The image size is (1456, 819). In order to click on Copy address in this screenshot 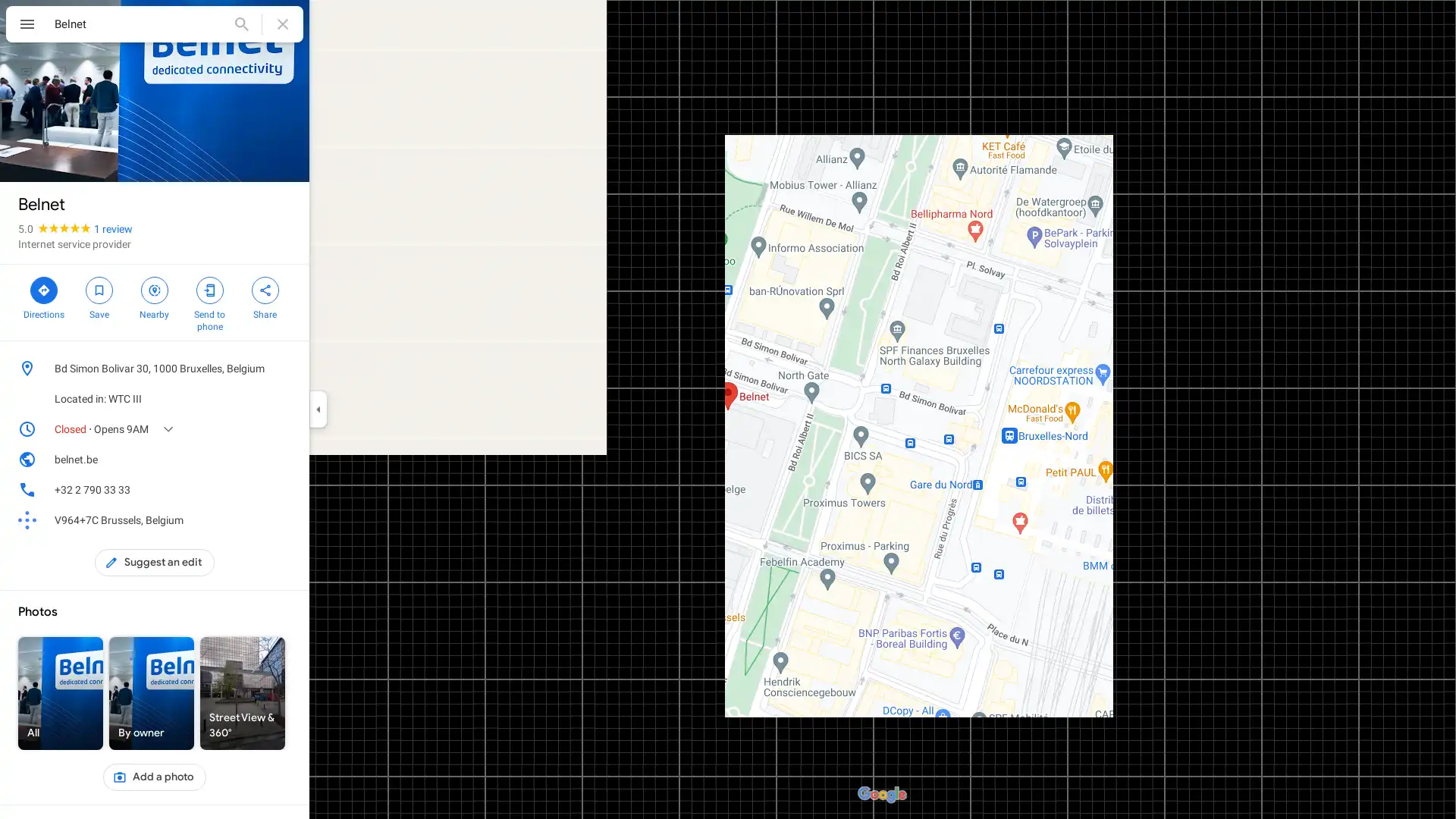, I will do `click(284, 369)`.